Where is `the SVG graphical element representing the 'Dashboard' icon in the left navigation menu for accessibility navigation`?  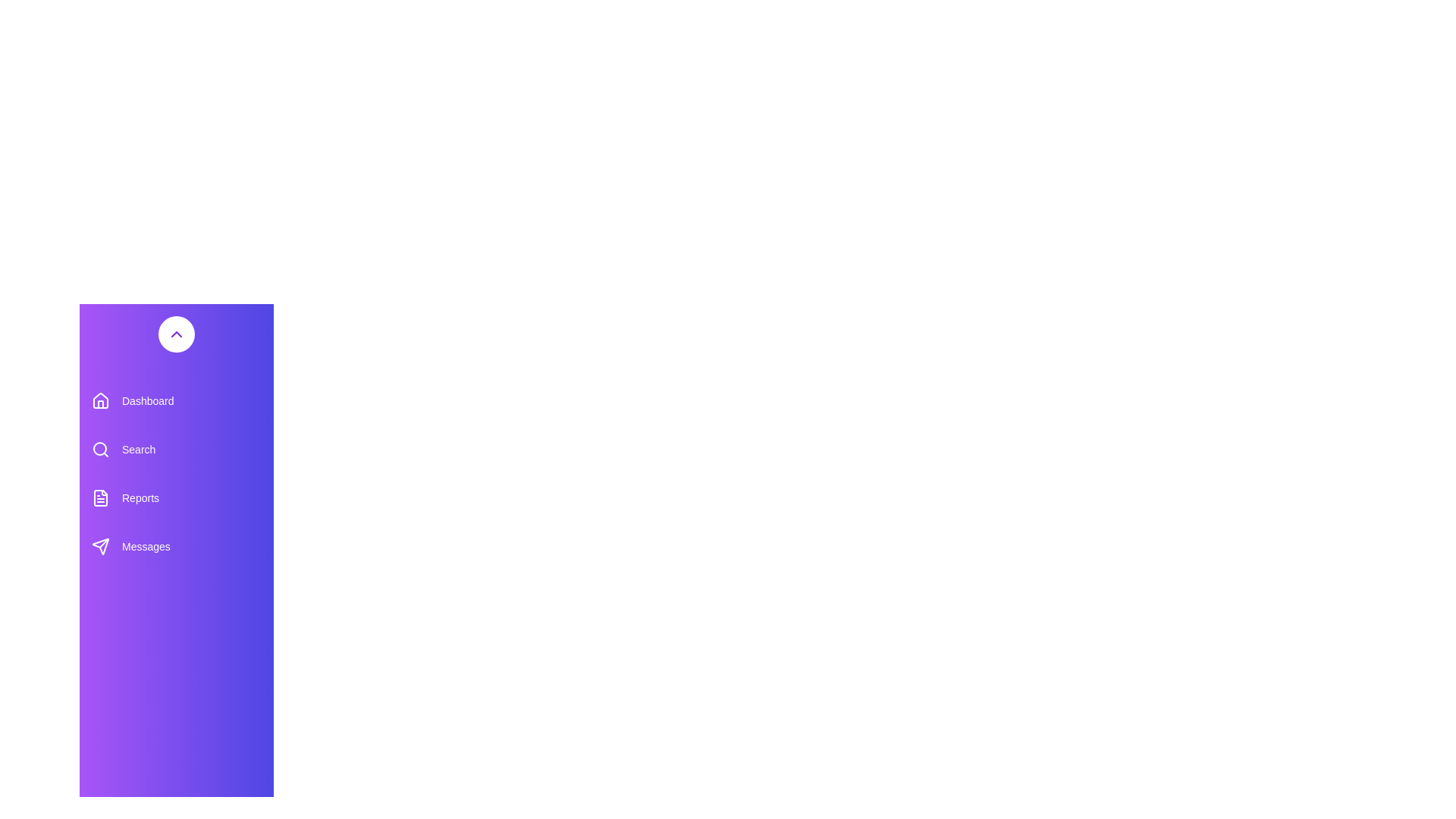 the SVG graphical element representing the 'Dashboard' icon in the left navigation menu for accessibility navigation is located at coordinates (100, 400).